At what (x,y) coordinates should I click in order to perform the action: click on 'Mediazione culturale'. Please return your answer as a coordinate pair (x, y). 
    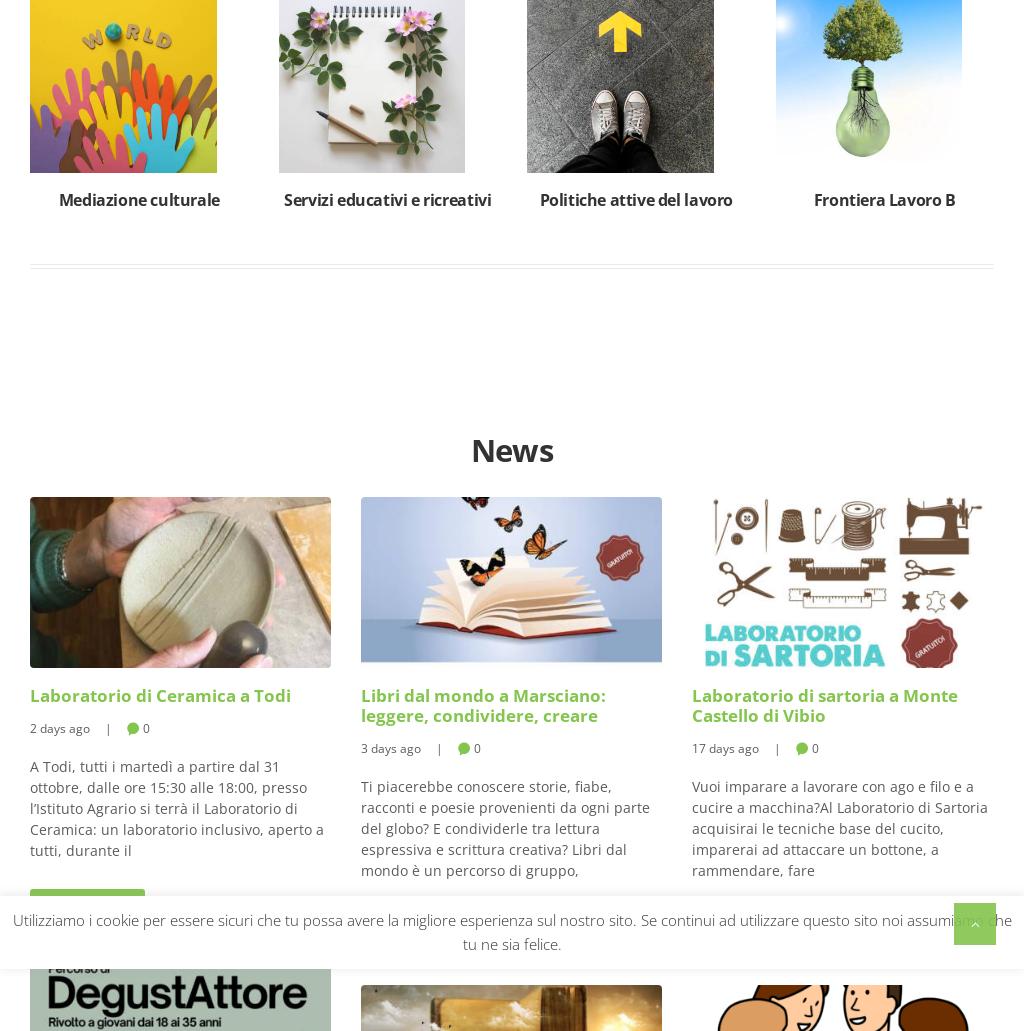
    Looking at the image, I should click on (137, 197).